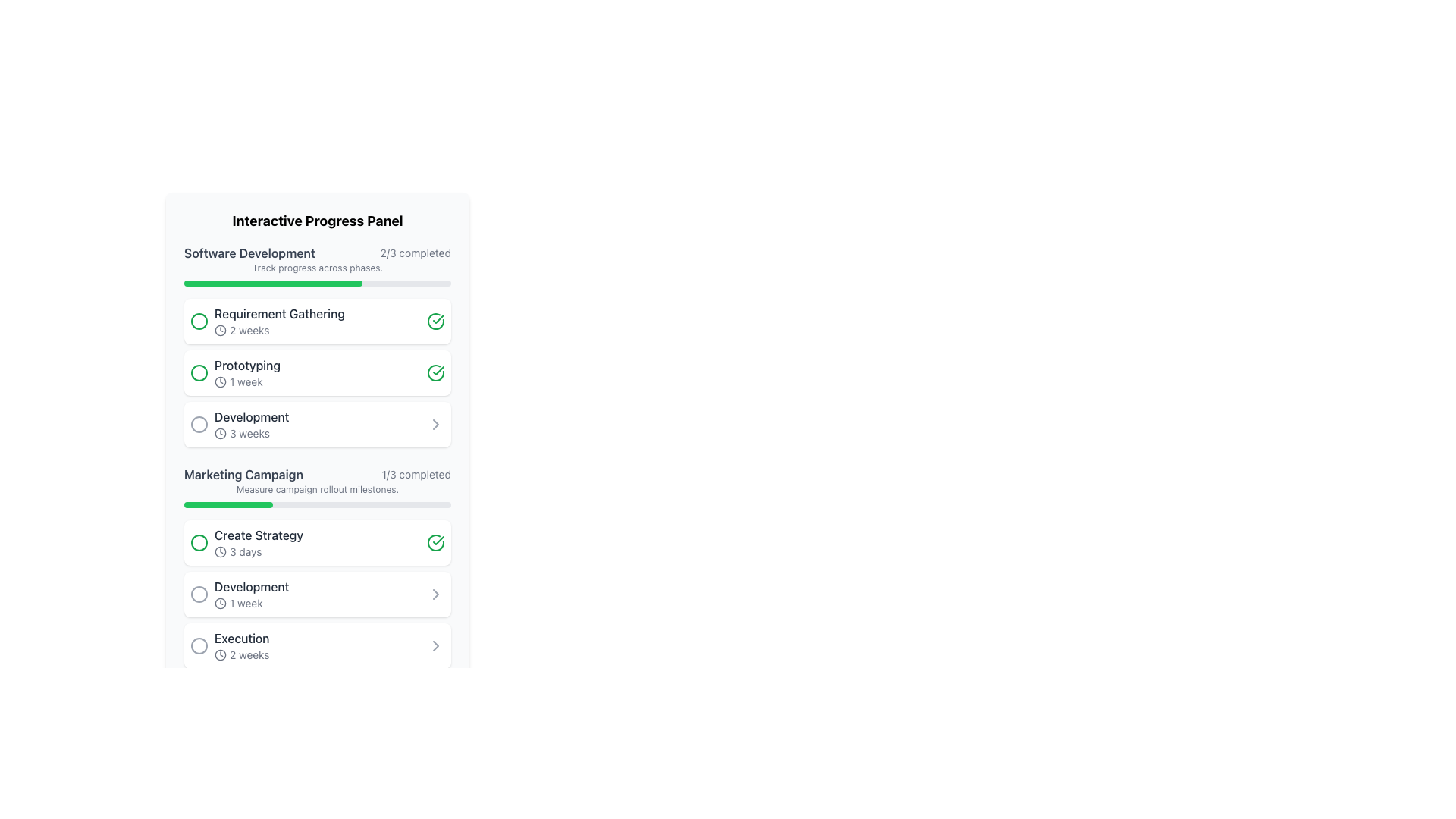 The height and width of the screenshot is (819, 1456). I want to click on text of the third List item under the 'Marketing Campaign' section, which includes 'Execution' in bold dark grey and '2 weeks' in light grey with a clock icon, so click(241, 646).